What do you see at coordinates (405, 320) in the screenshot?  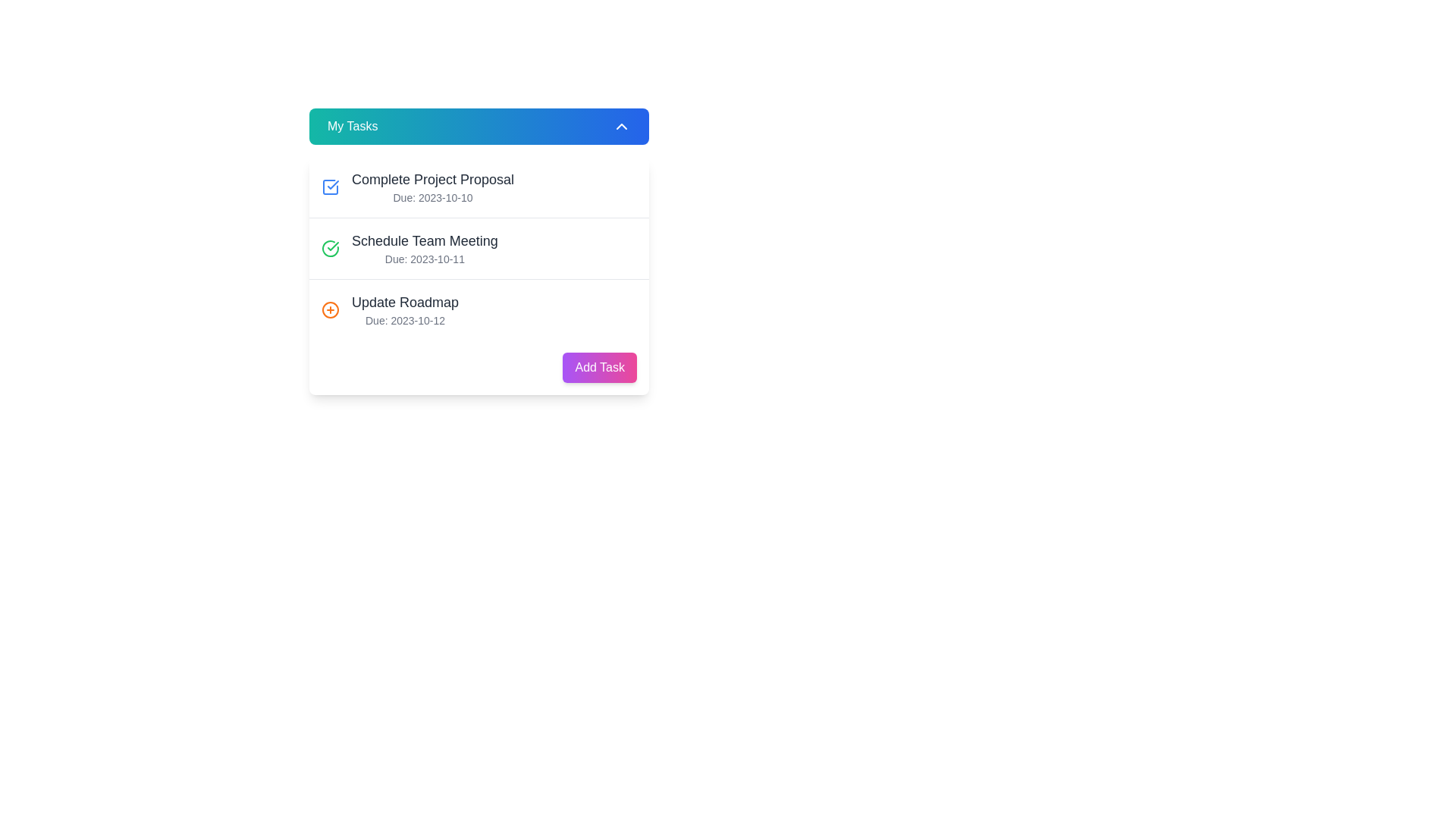 I see `the text label indicating the due date for the 'Update Roadmap' task, located at the bottom of the third entry in the task list titled 'My Tasks'` at bounding box center [405, 320].